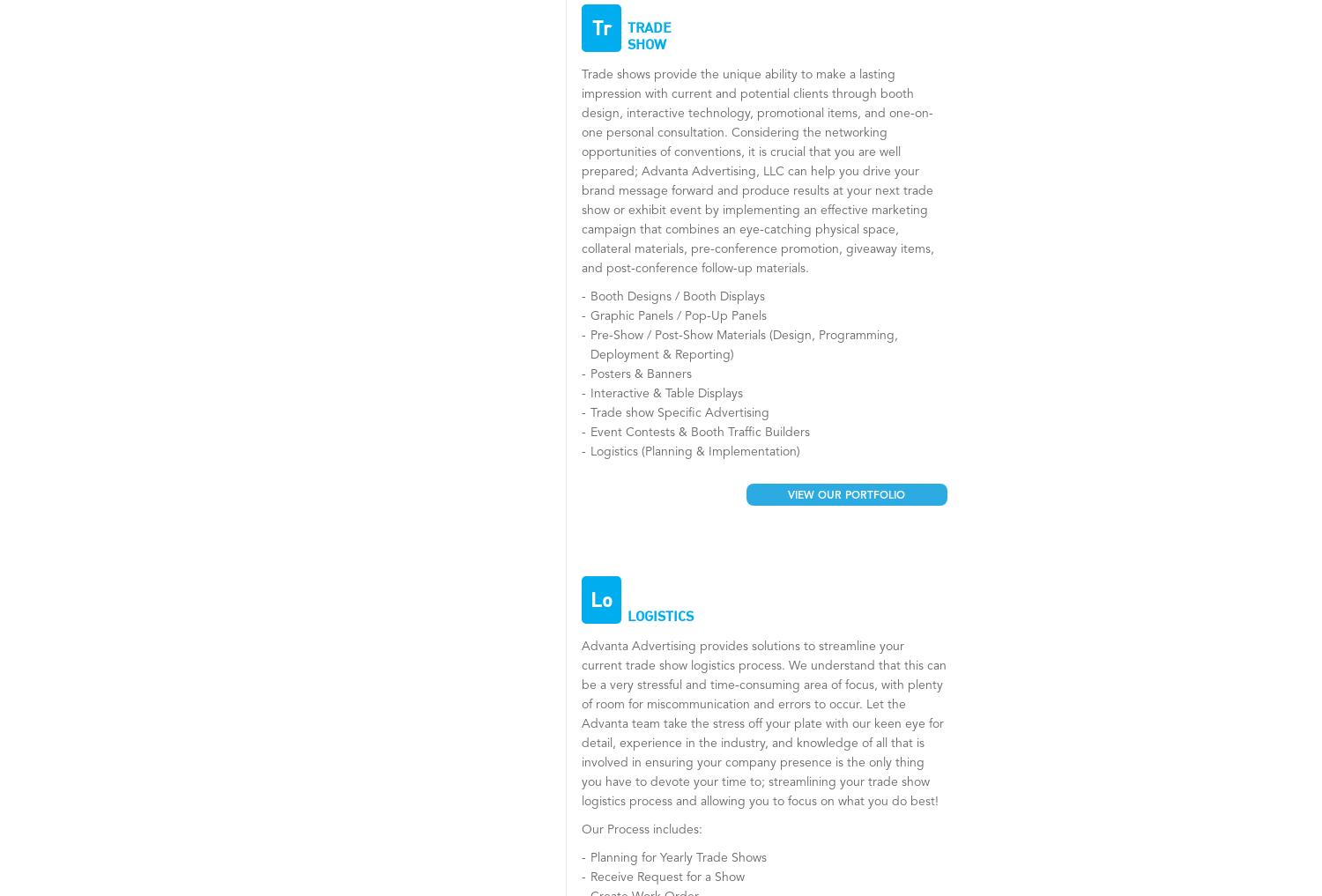 This screenshot has width=1322, height=896. Describe the element at coordinates (680, 412) in the screenshot. I see `'Trade show Specific Advertising'` at that location.